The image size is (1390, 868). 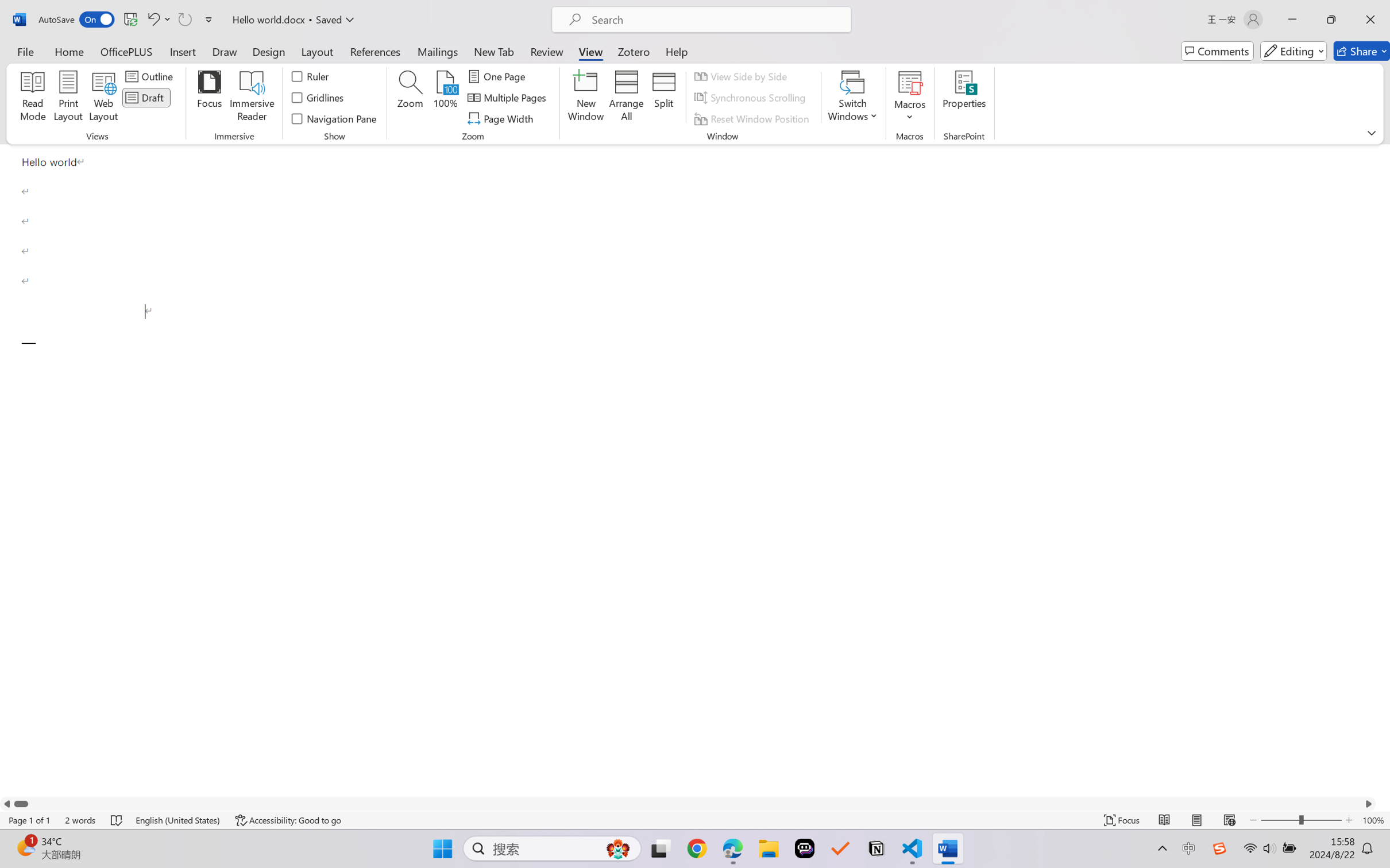 I want to click on 'Customize Quick Access Toolbar', so click(x=208, y=19).